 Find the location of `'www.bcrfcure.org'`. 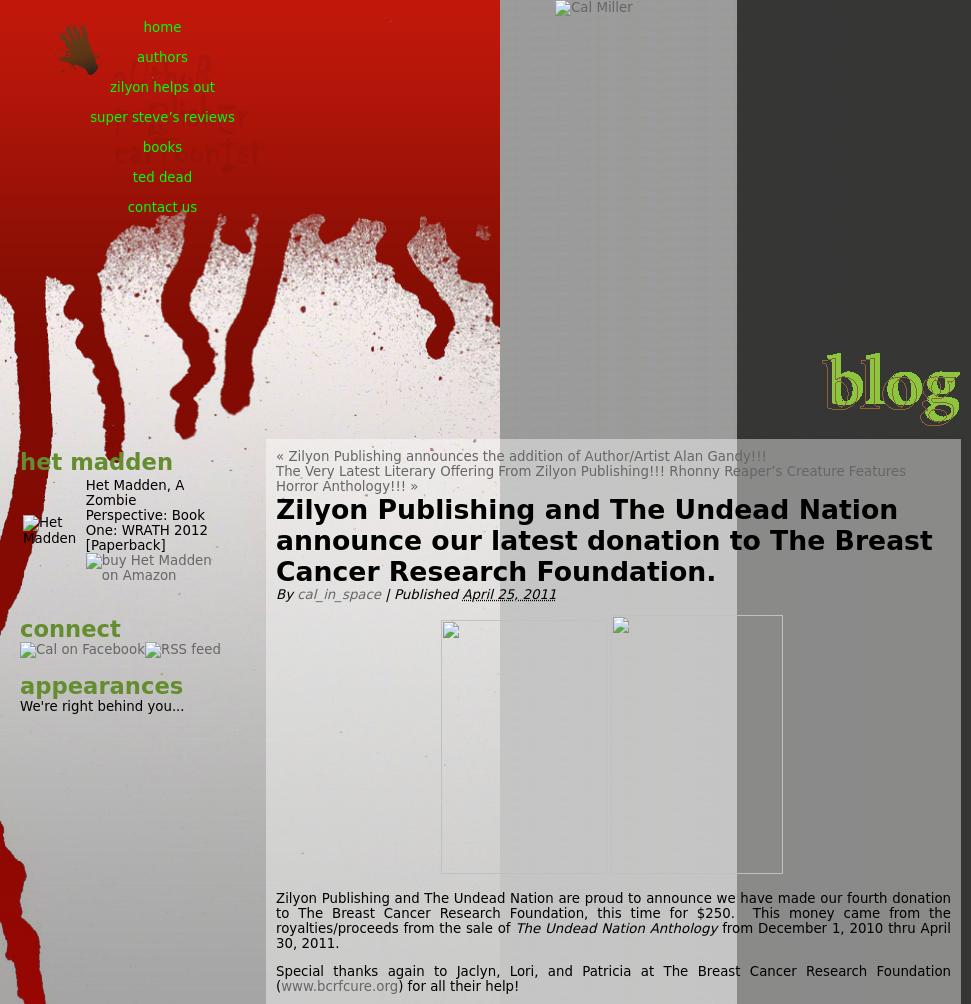

'www.bcrfcure.org' is located at coordinates (339, 984).